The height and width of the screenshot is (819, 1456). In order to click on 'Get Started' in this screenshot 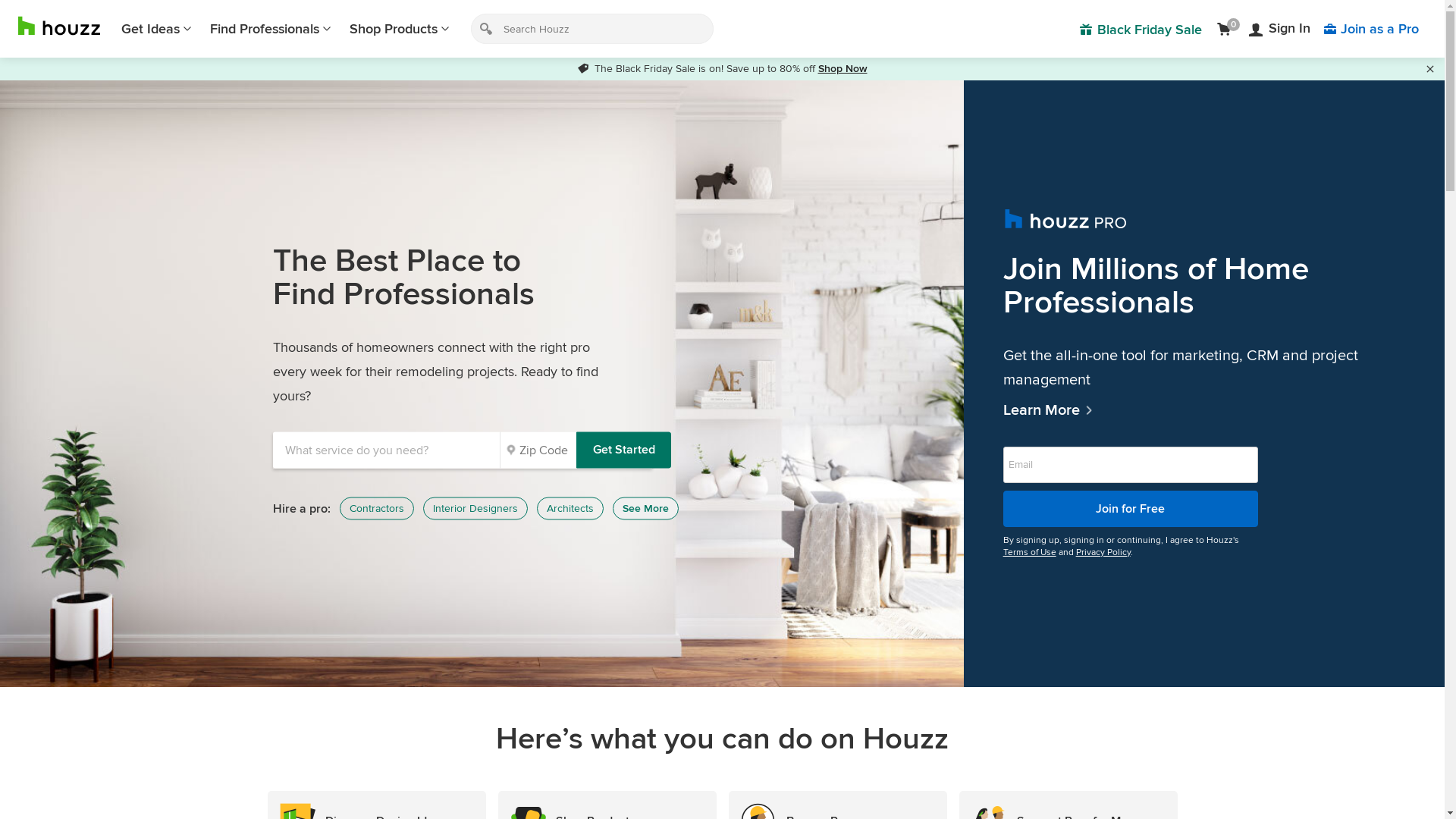, I will do `click(623, 450)`.